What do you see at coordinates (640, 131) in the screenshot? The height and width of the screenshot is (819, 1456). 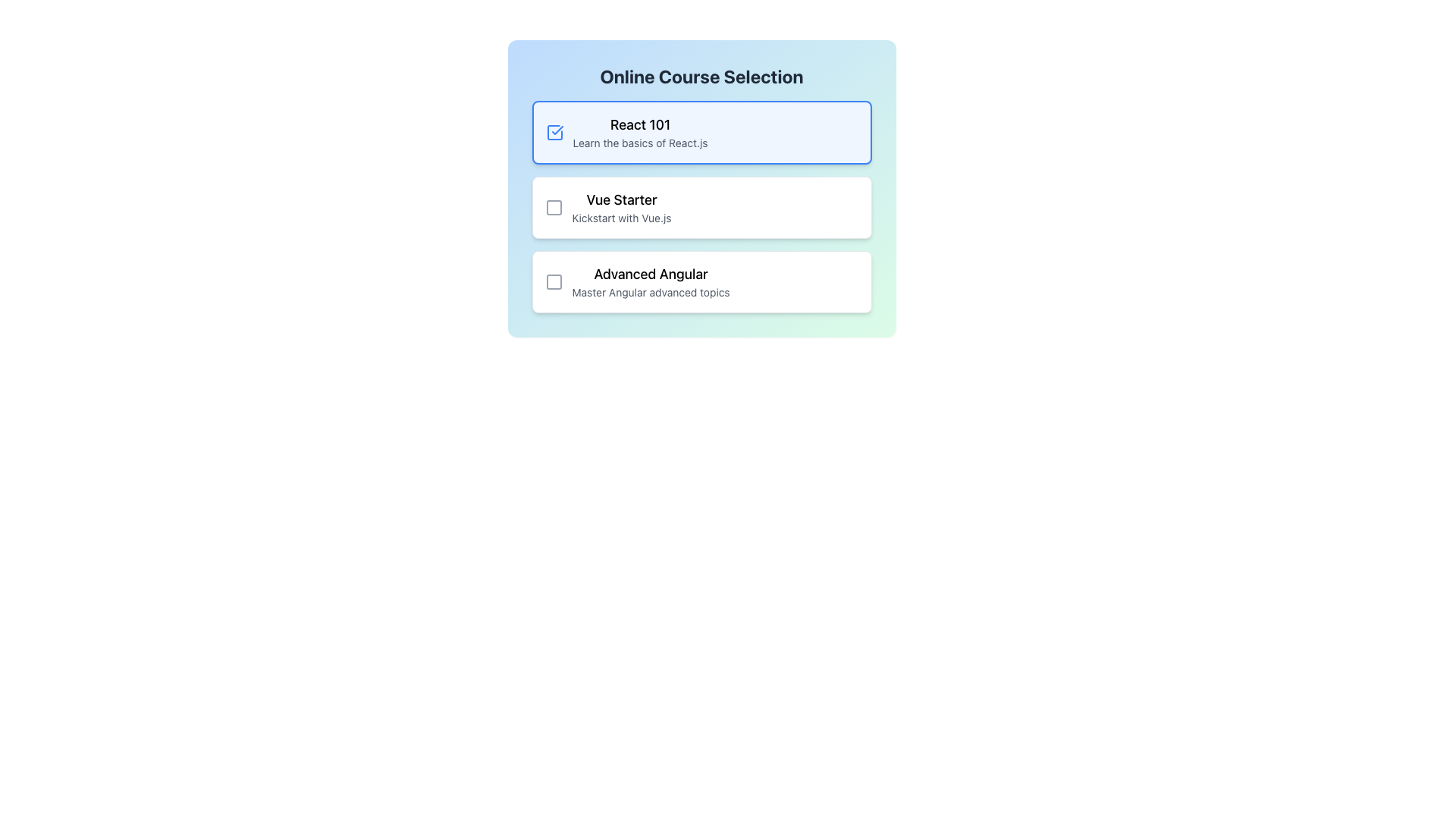 I see `text label titled 'React 101' with the description 'Learn the basics of React.js', which is part of the topmost selection in the 'Online Course Selection' list` at bounding box center [640, 131].